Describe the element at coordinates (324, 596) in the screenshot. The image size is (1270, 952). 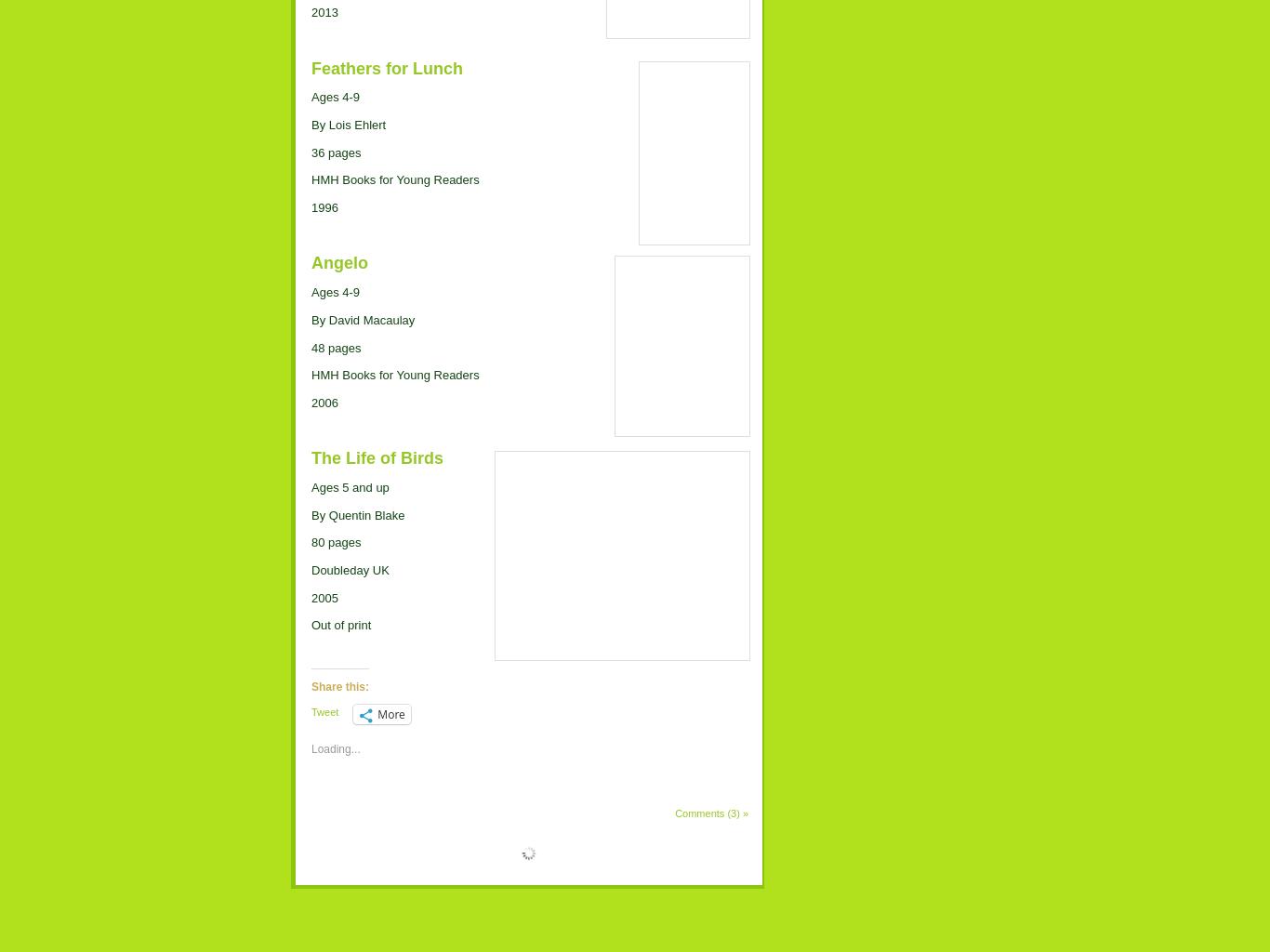
I see `'2005'` at that location.